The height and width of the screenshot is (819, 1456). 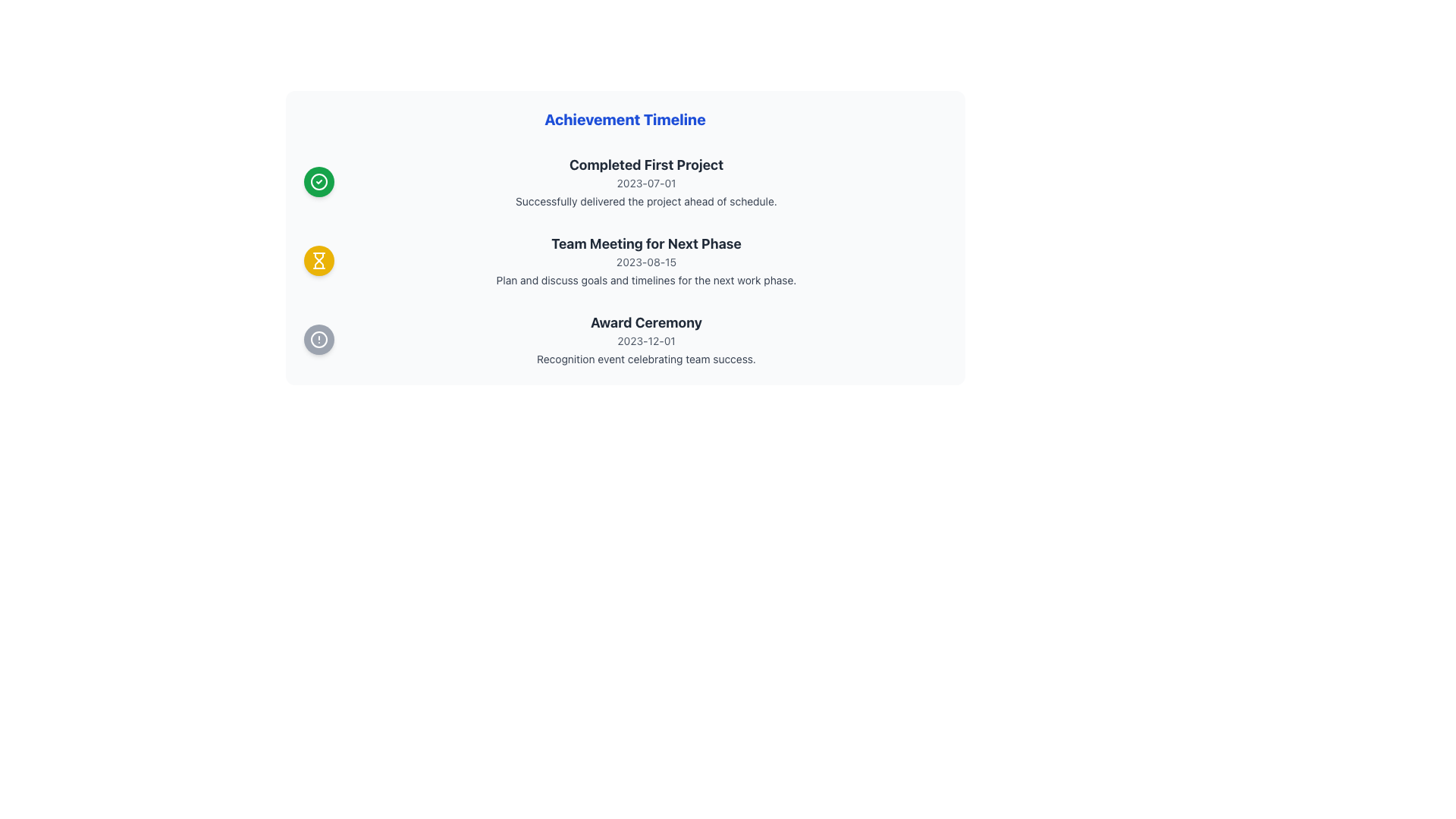 I want to click on milestone details including the heading 'Completed First Project', date '2023-07-01', and description 'Successfully delivered the project ahead of schedule.', so click(x=646, y=180).